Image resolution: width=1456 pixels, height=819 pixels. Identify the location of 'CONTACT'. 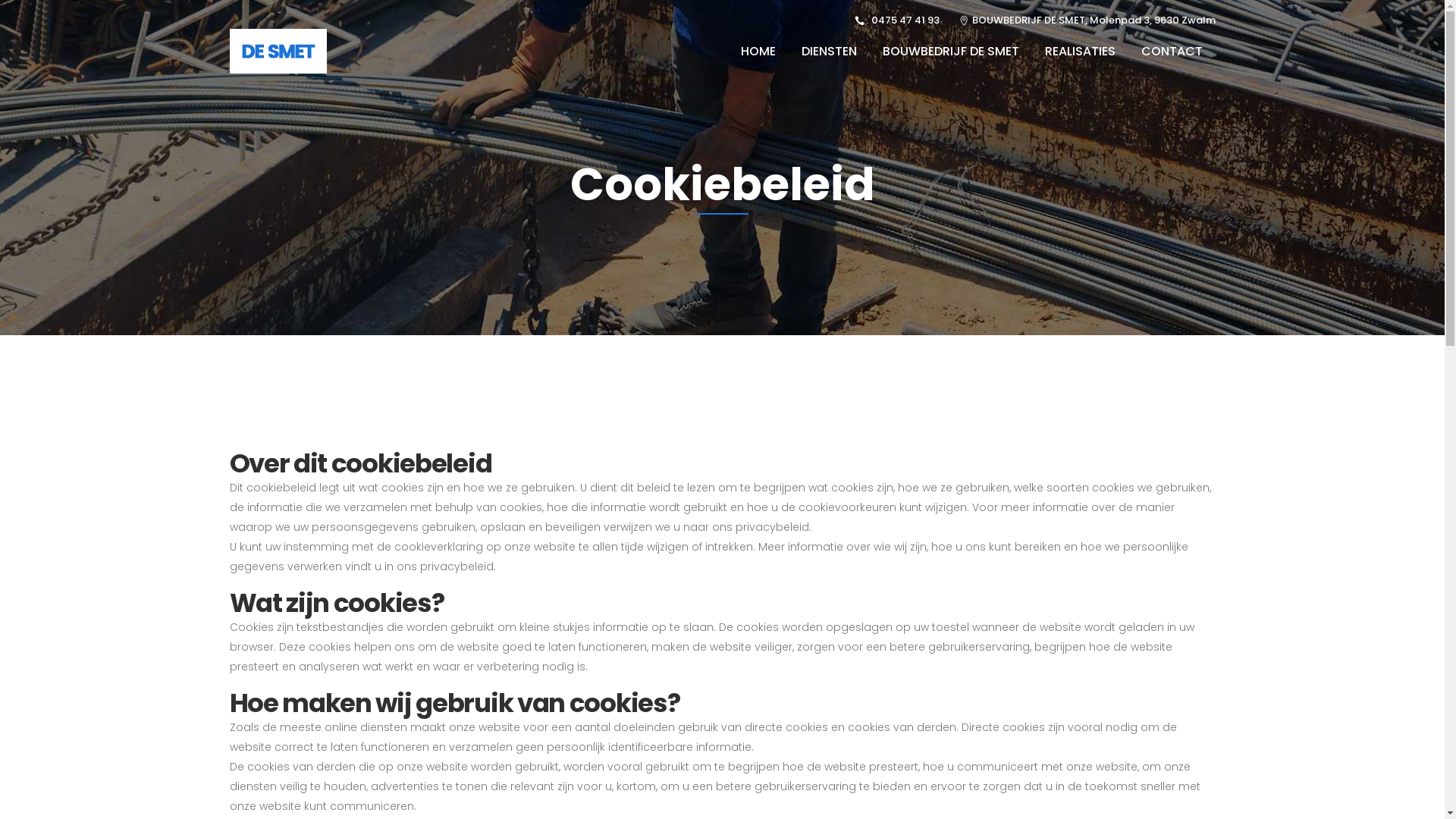
(1171, 50).